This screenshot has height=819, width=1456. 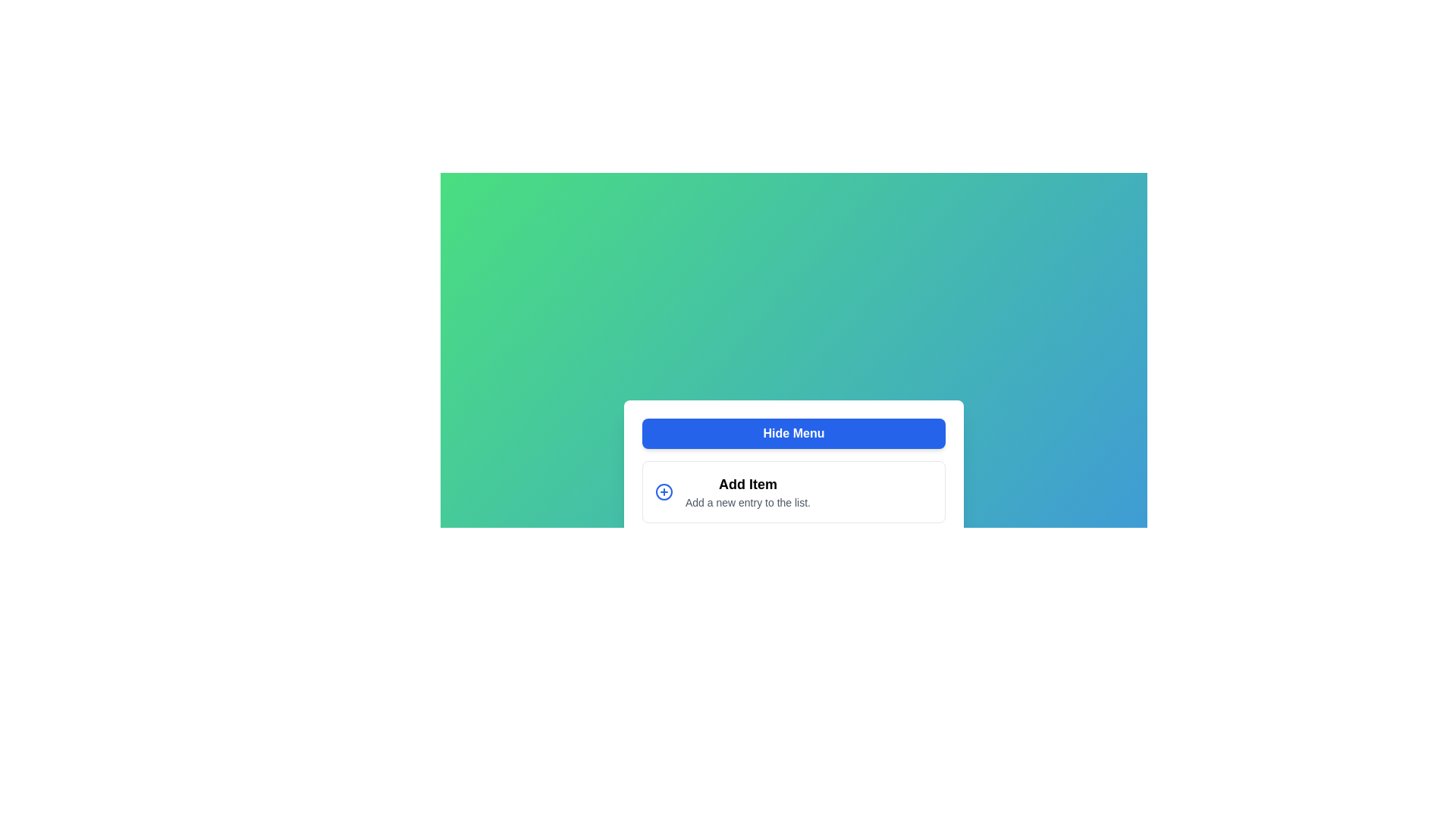 I want to click on the menu item Add Item from the menu, so click(x=792, y=491).